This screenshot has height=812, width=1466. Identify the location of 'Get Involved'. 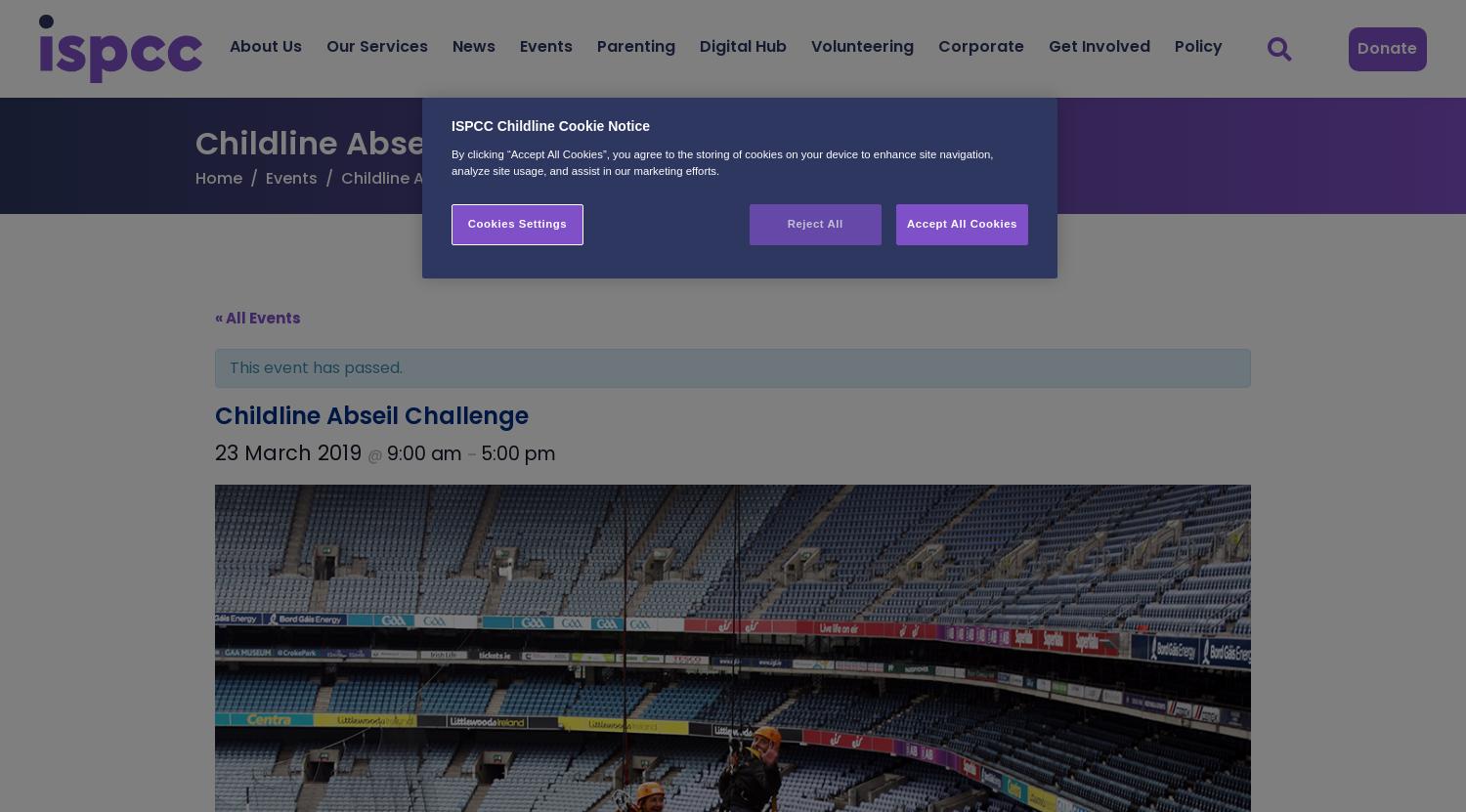
(1047, 45).